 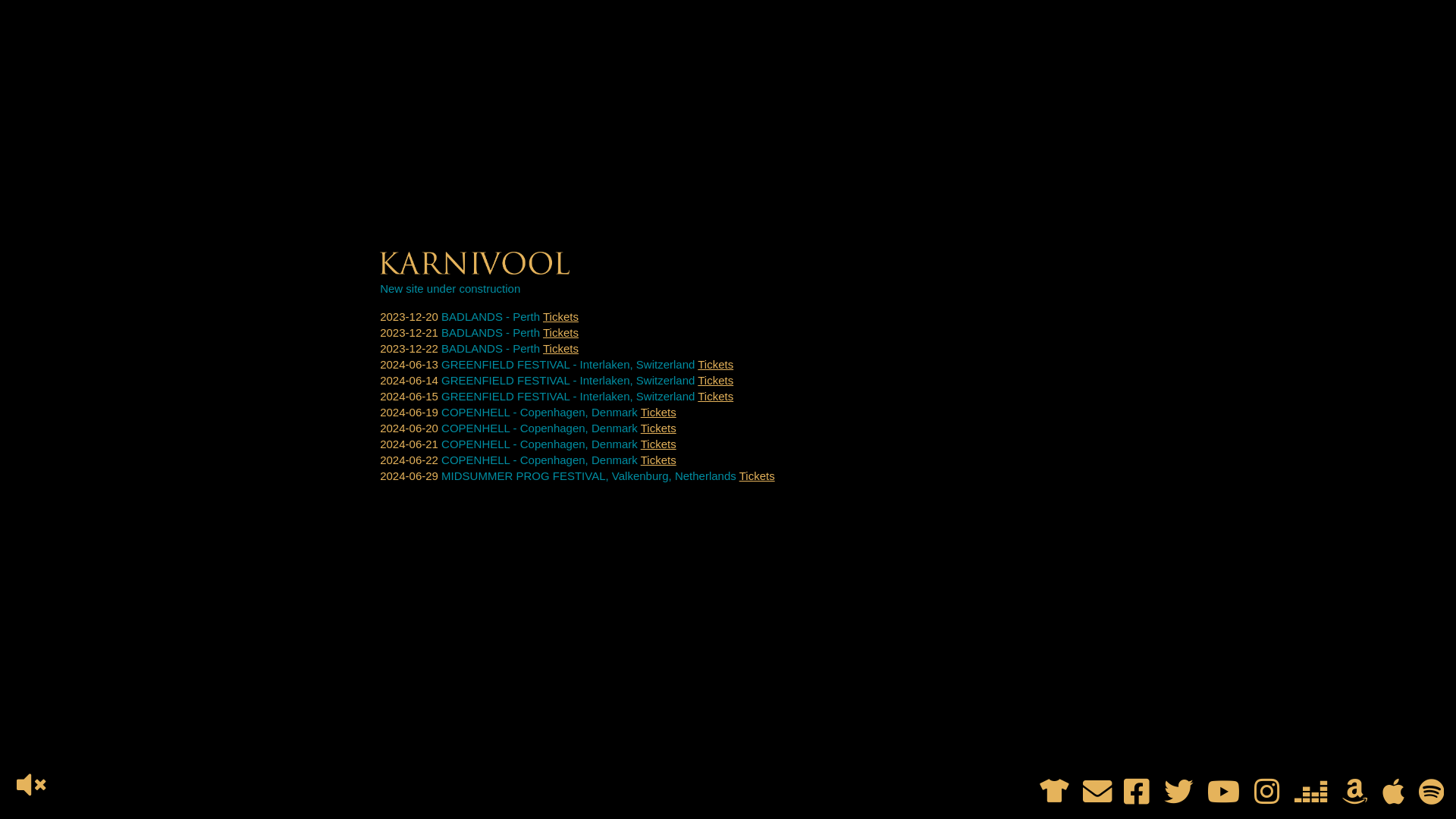 What do you see at coordinates (560, 315) in the screenshot?
I see `'Tickets'` at bounding box center [560, 315].